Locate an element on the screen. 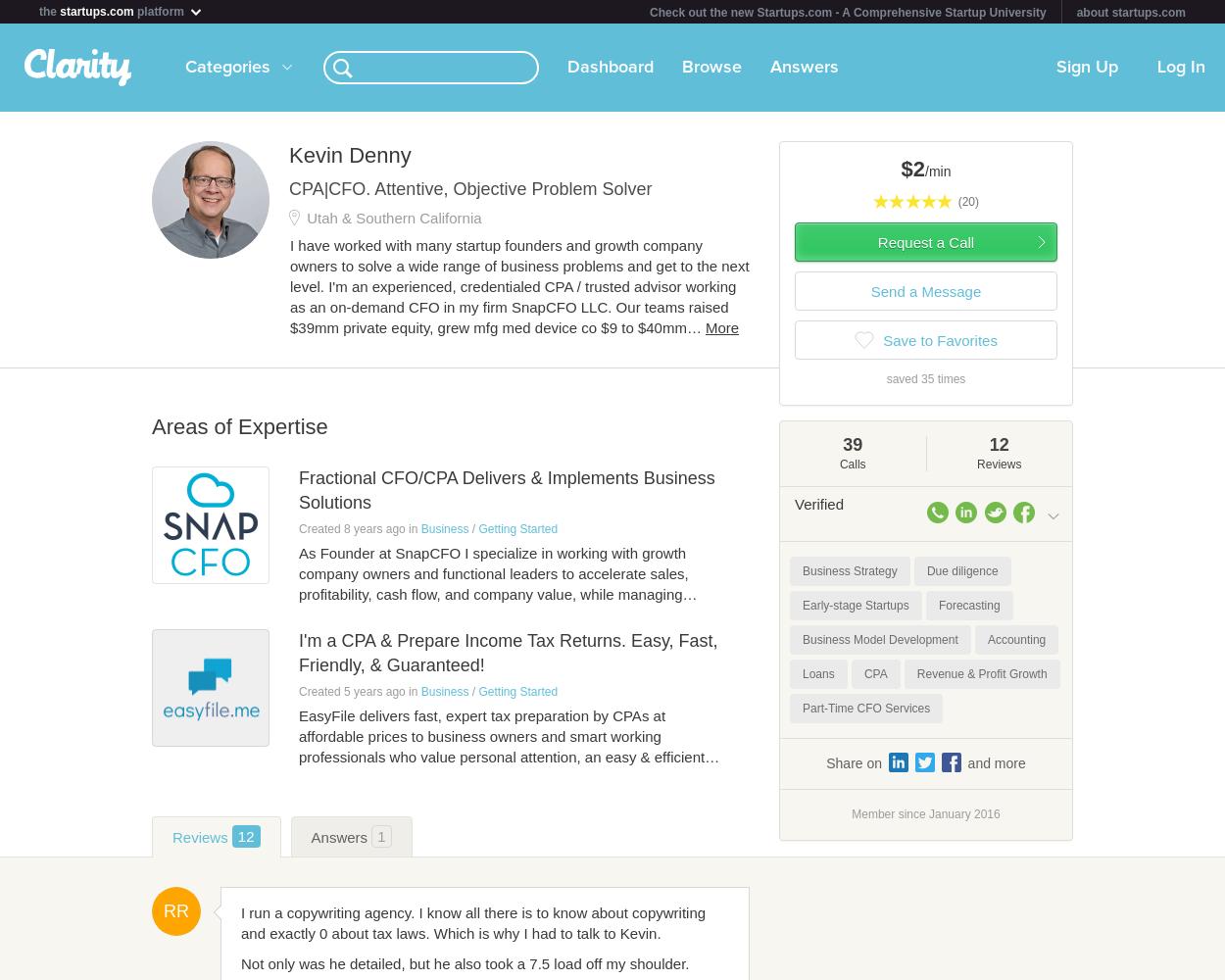 The image size is (1225, 980). 'Send a Message' is located at coordinates (924, 291).